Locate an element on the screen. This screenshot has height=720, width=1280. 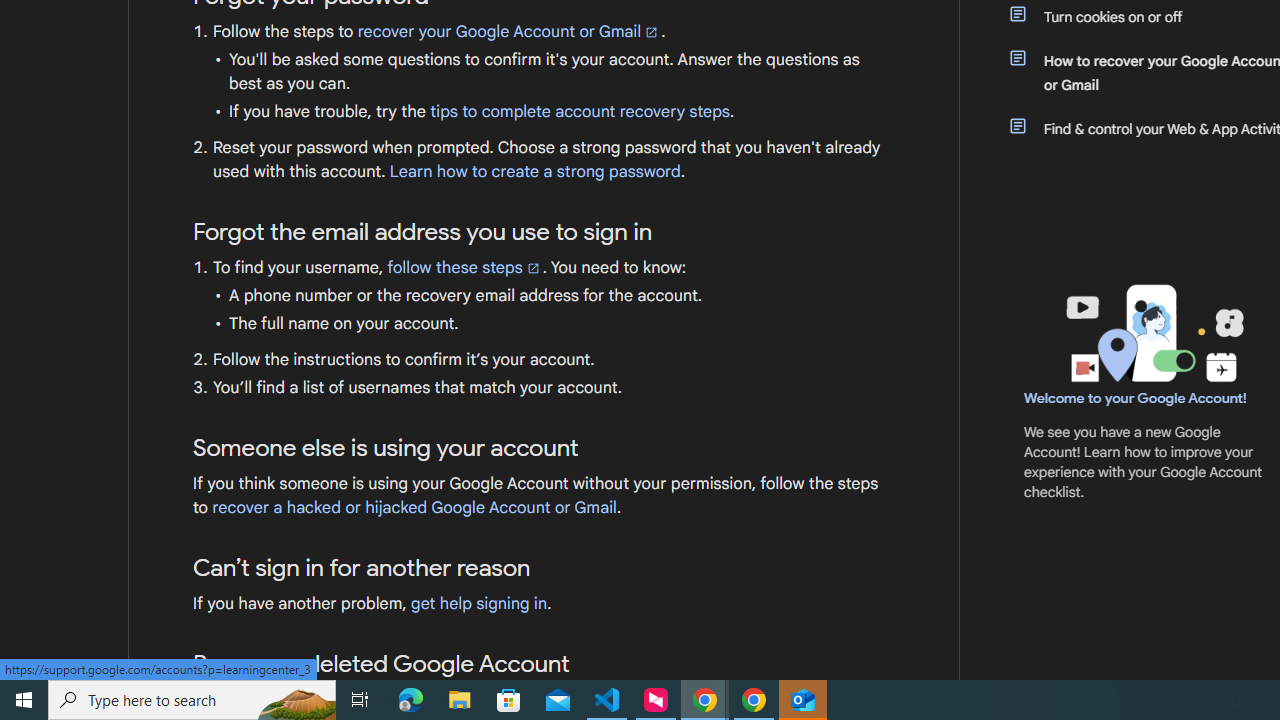
'tips to complete account recovery steps' is located at coordinates (579, 111).